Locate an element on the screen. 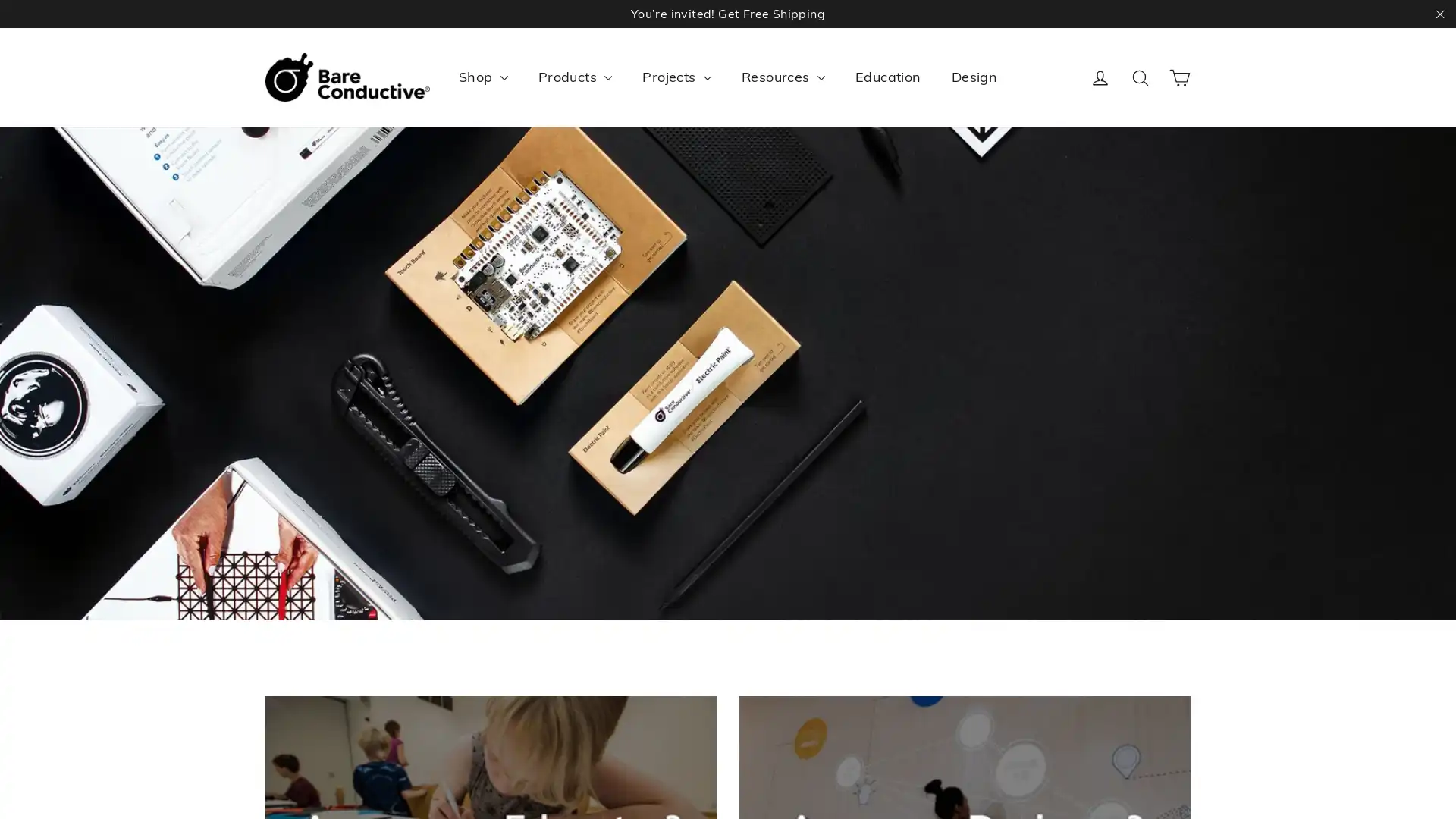  Subscribe is located at coordinates (831, 438).